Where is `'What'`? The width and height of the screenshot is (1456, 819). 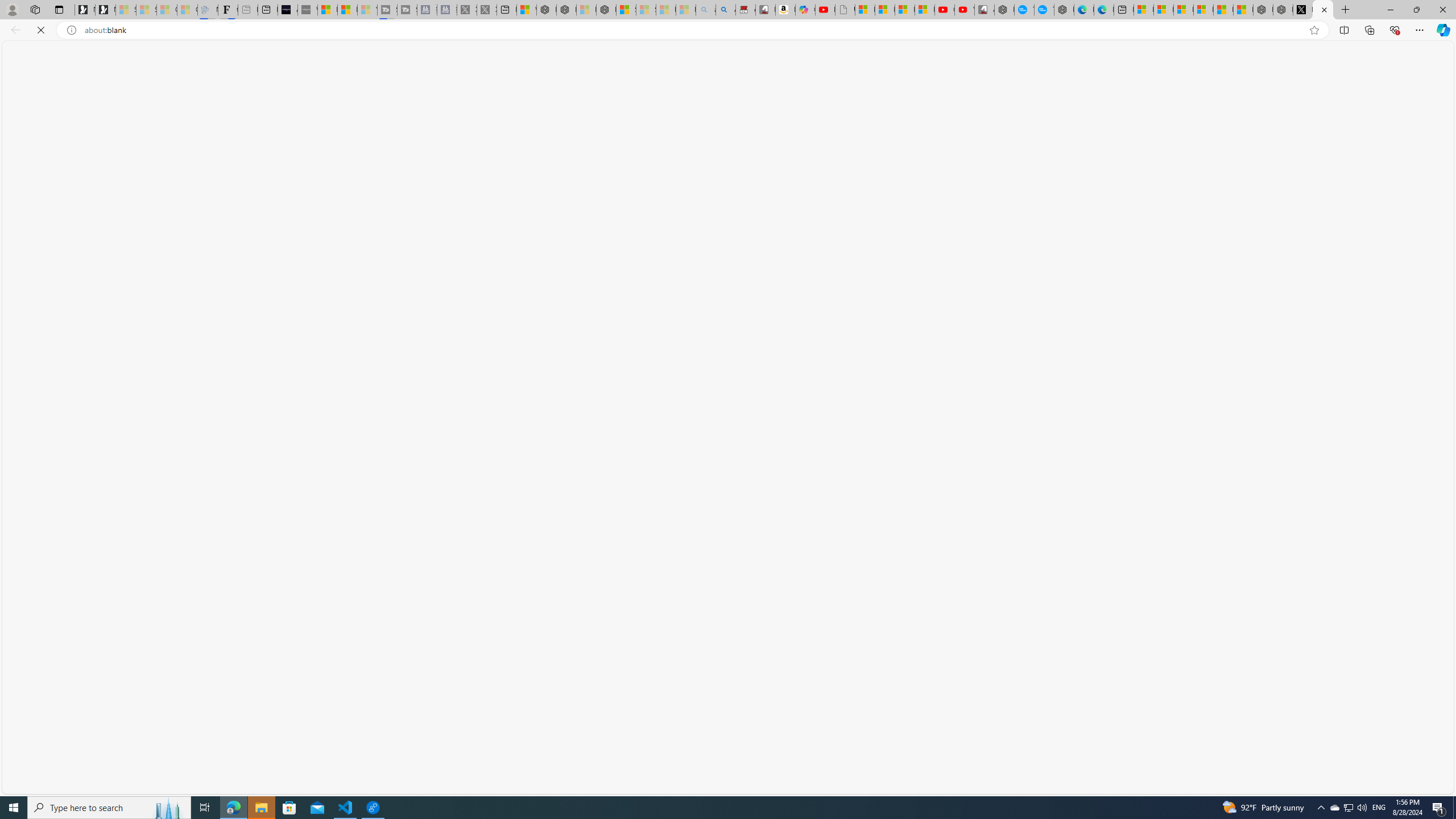
'What' is located at coordinates (307, 9).